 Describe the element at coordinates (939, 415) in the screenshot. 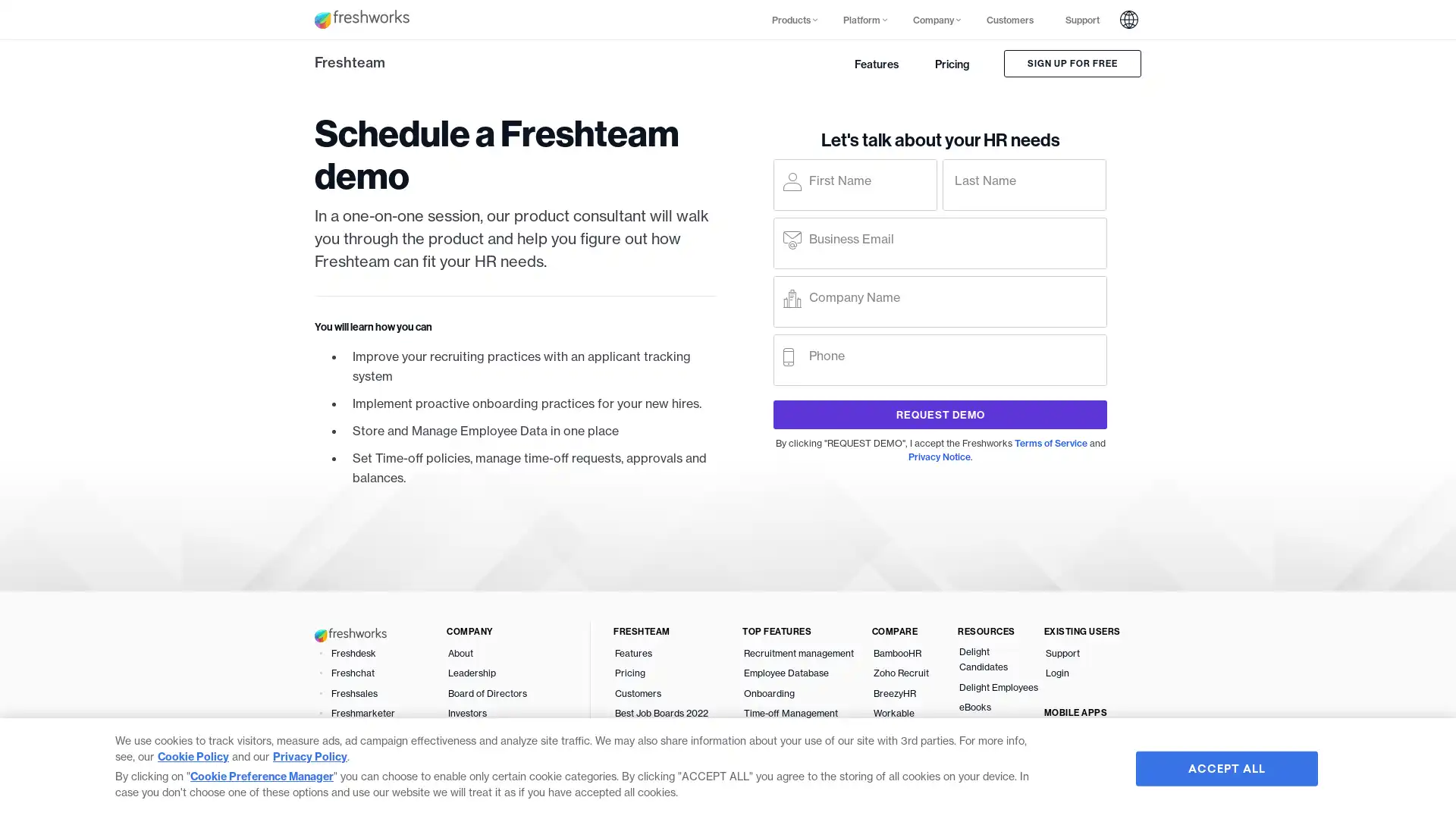

I see `Request Demo` at that location.